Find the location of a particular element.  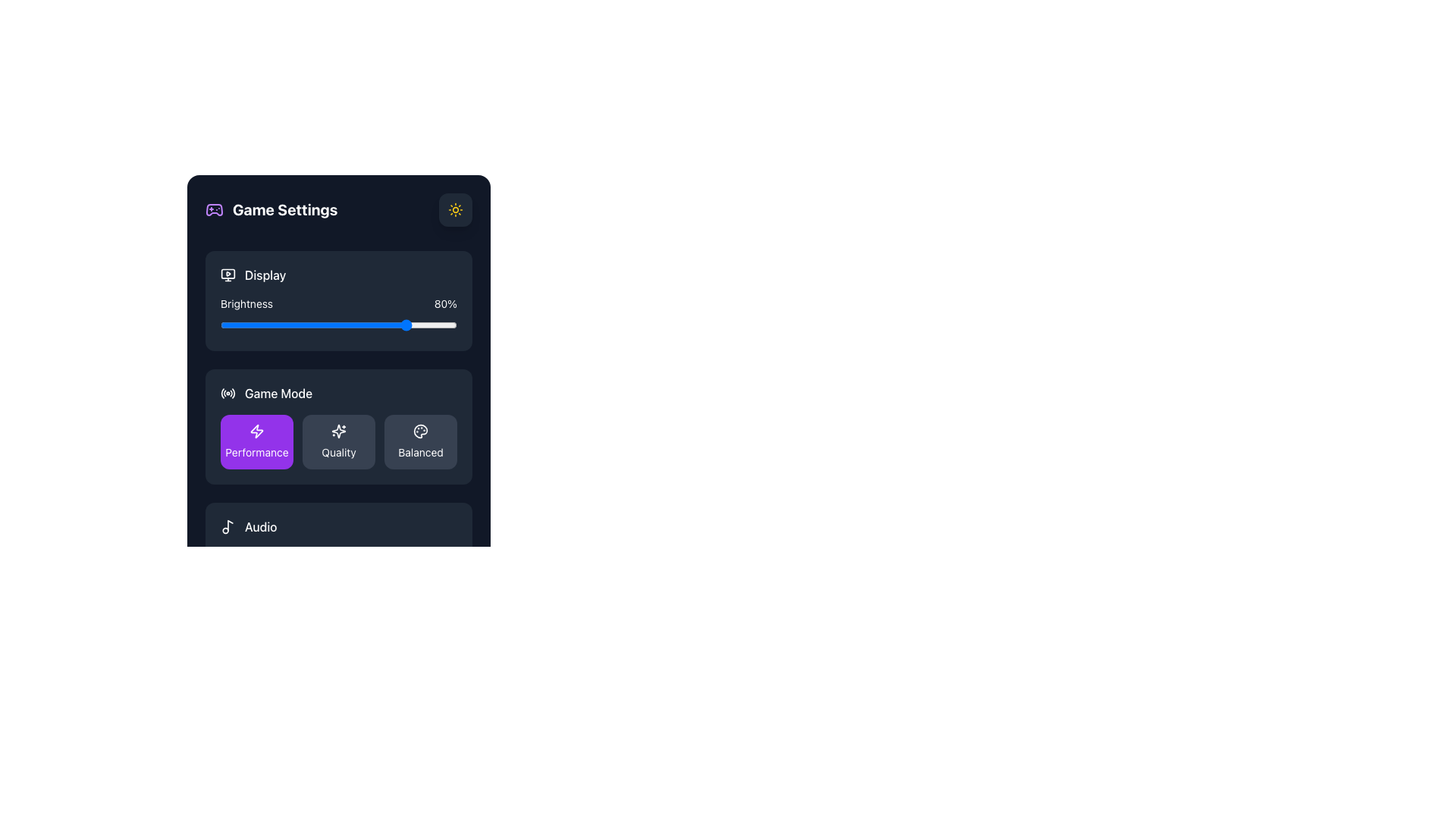

the 'Brightness' text label in the 'Display' section of the settings interface, which is positioned to the left of the '80%' percentage indicator and above the blue slider is located at coordinates (246, 304).